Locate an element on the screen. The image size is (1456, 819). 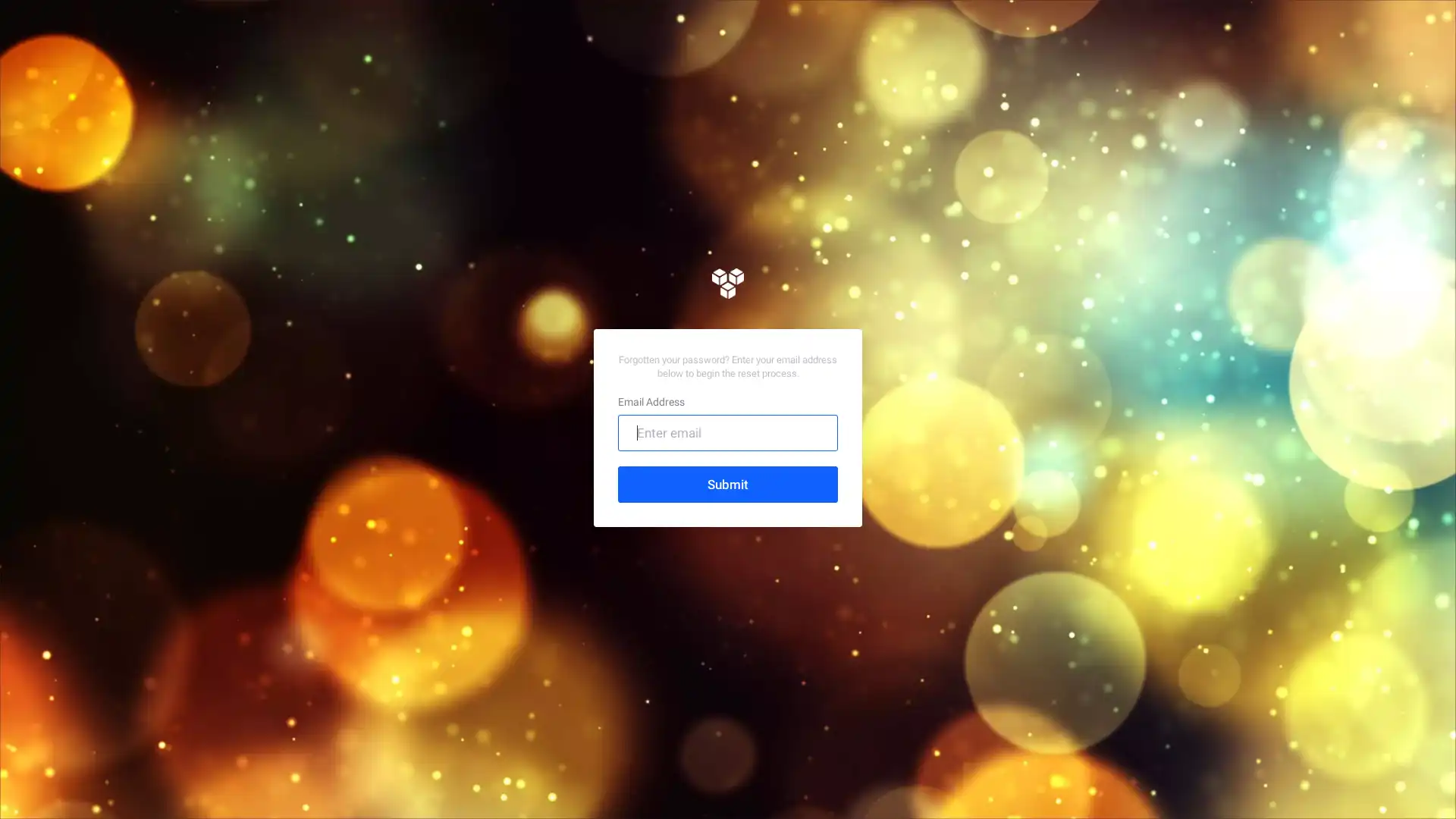
Submit is located at coordinates (728, 483).